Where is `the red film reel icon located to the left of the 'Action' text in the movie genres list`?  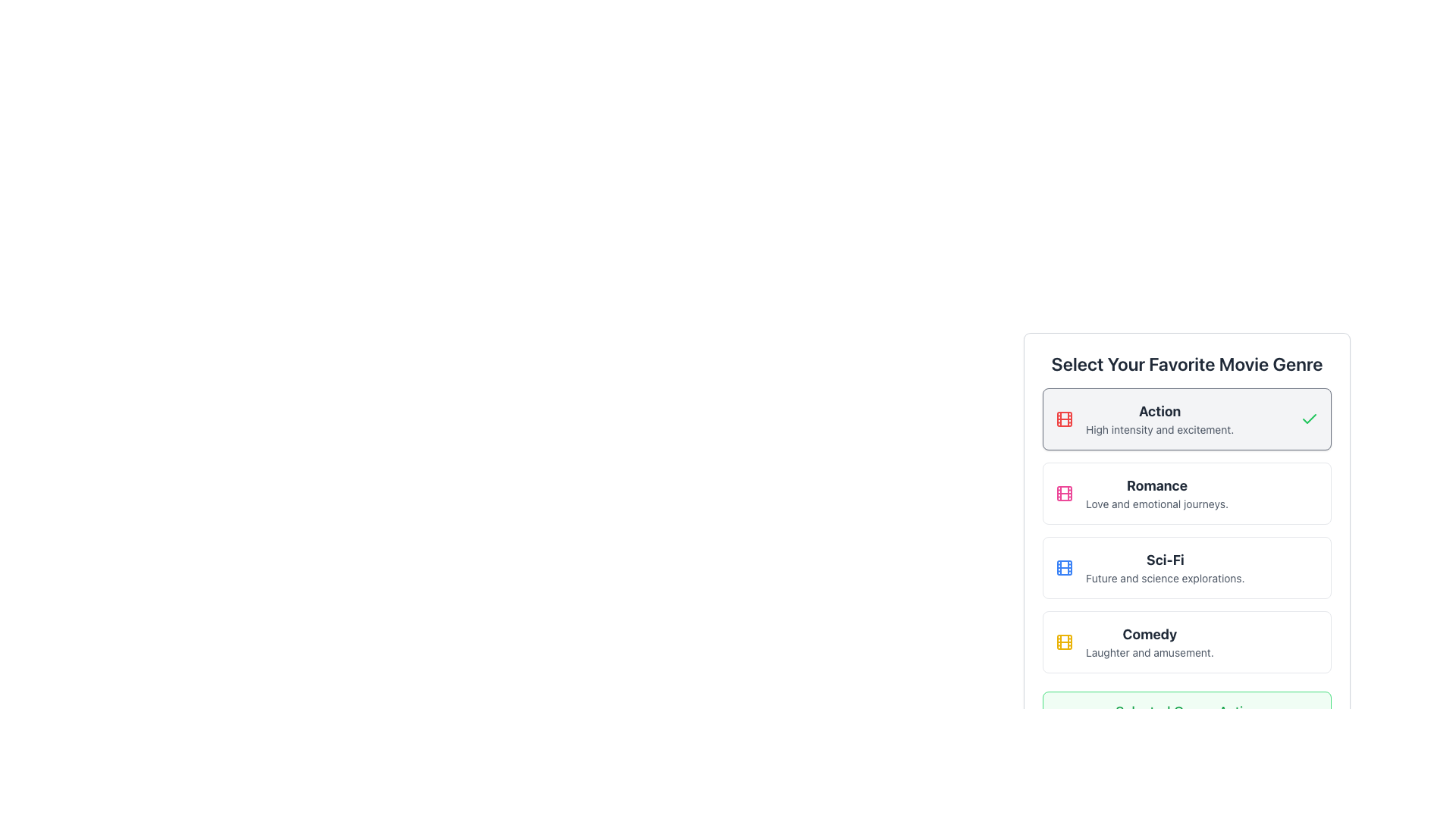
the red film reel icon located to the left of the 'Action' text in the movie genres list is located at coordinates (1063, 419).